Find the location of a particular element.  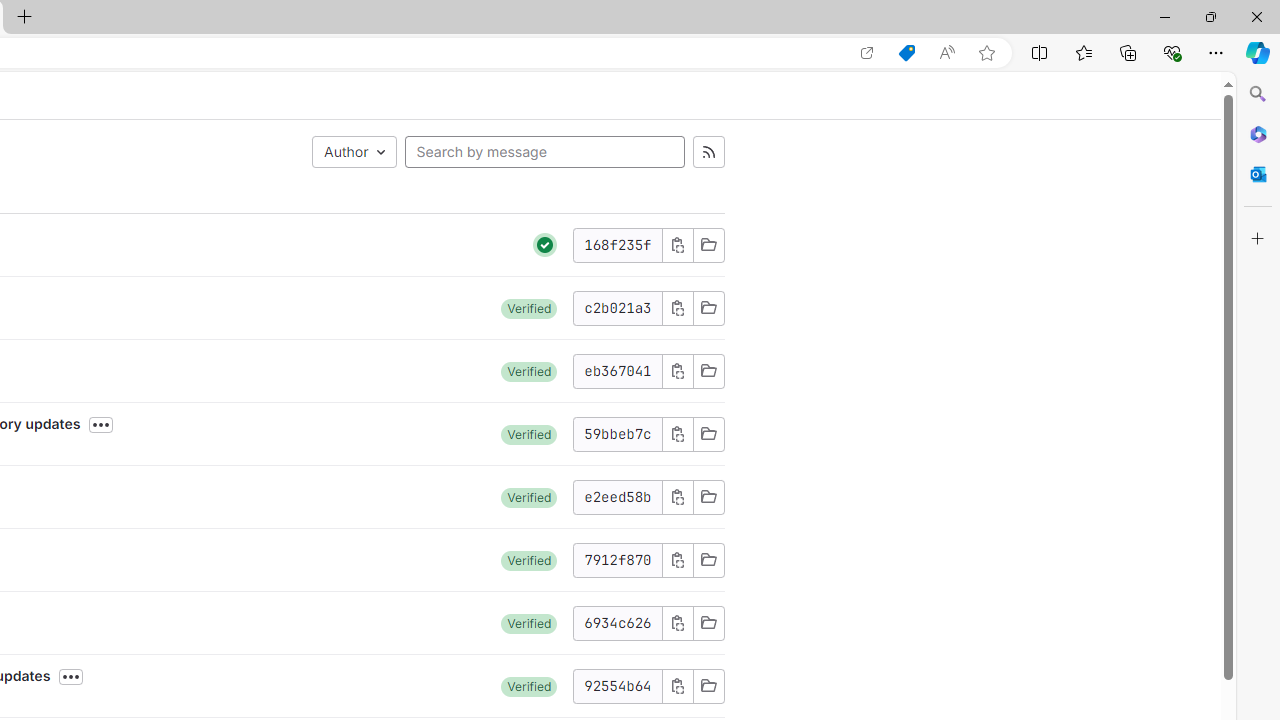

'Search by message' is located at coordinates (544, 150).